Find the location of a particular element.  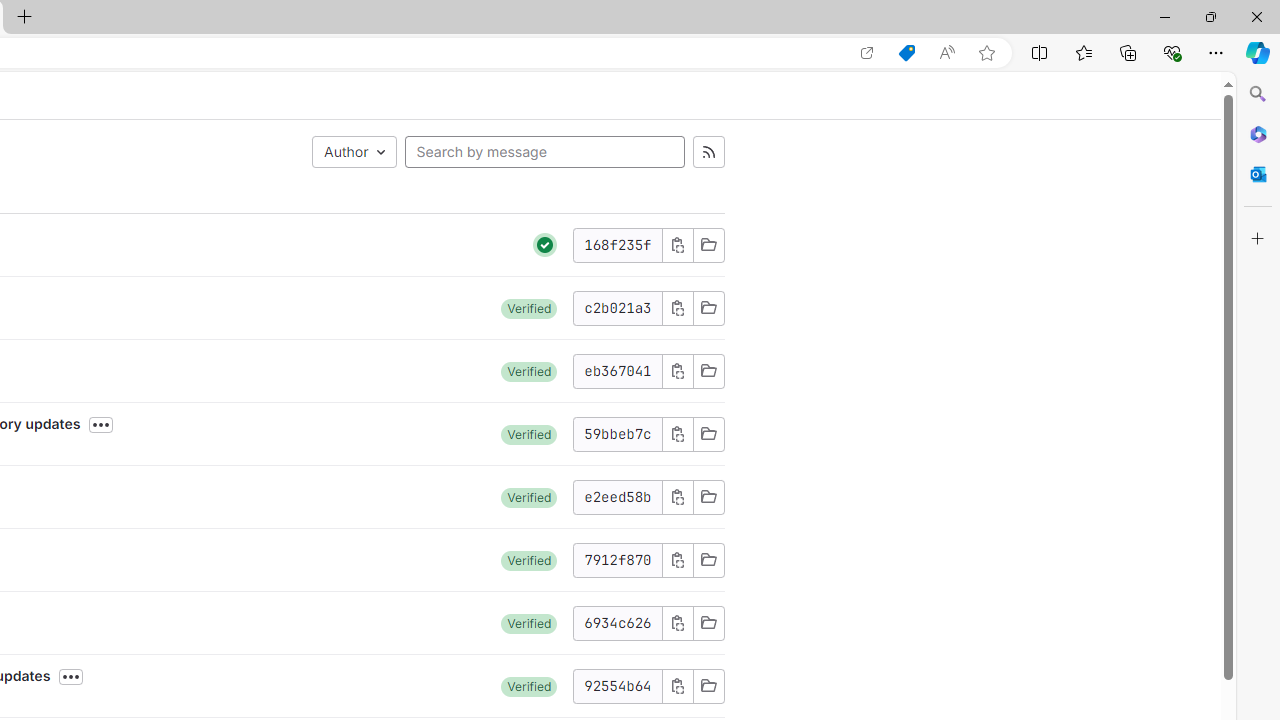

'Search by message' is located at coordinates (544, 150).